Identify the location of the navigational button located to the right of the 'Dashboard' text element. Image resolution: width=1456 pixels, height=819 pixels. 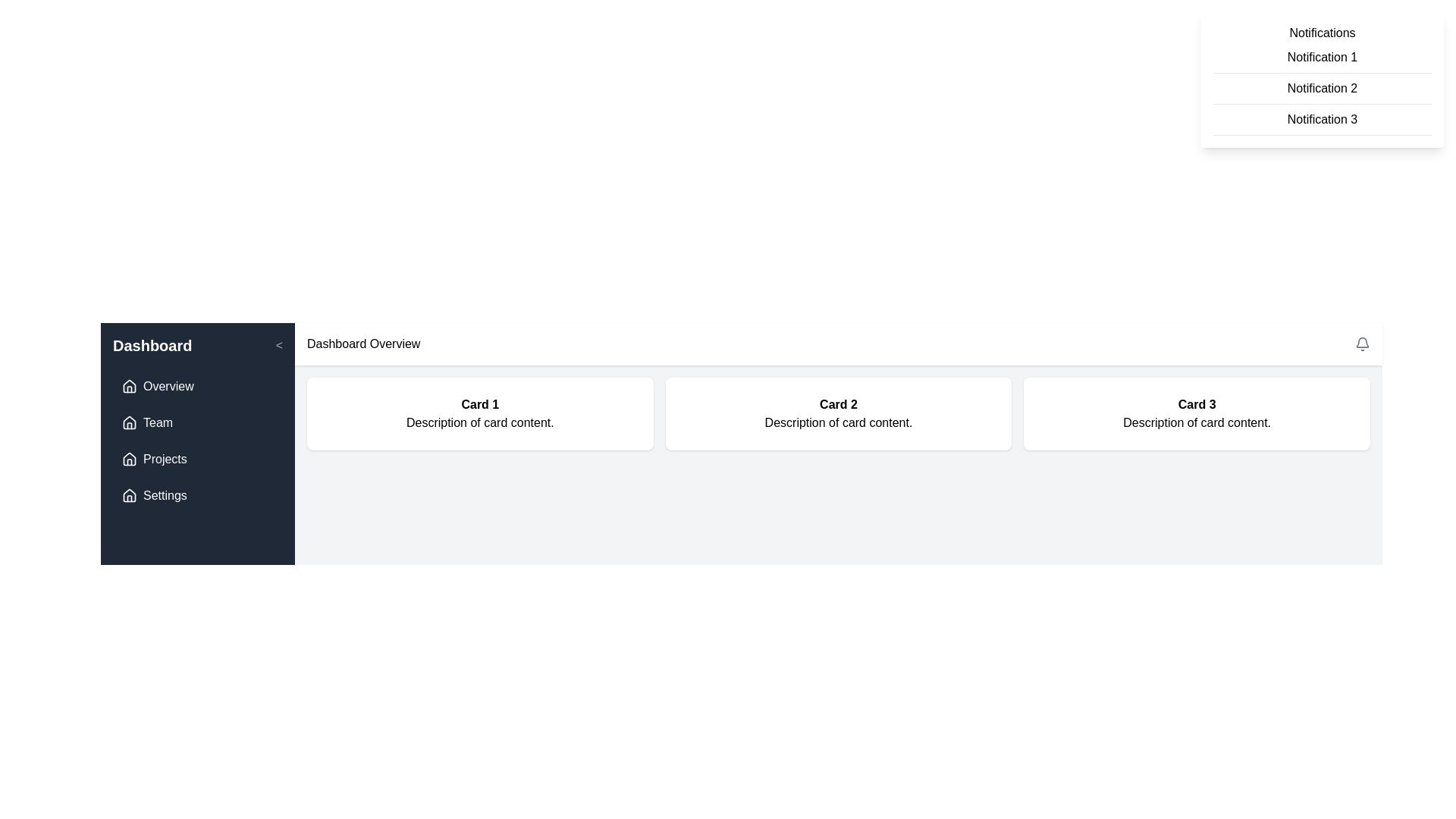
(279, 345).